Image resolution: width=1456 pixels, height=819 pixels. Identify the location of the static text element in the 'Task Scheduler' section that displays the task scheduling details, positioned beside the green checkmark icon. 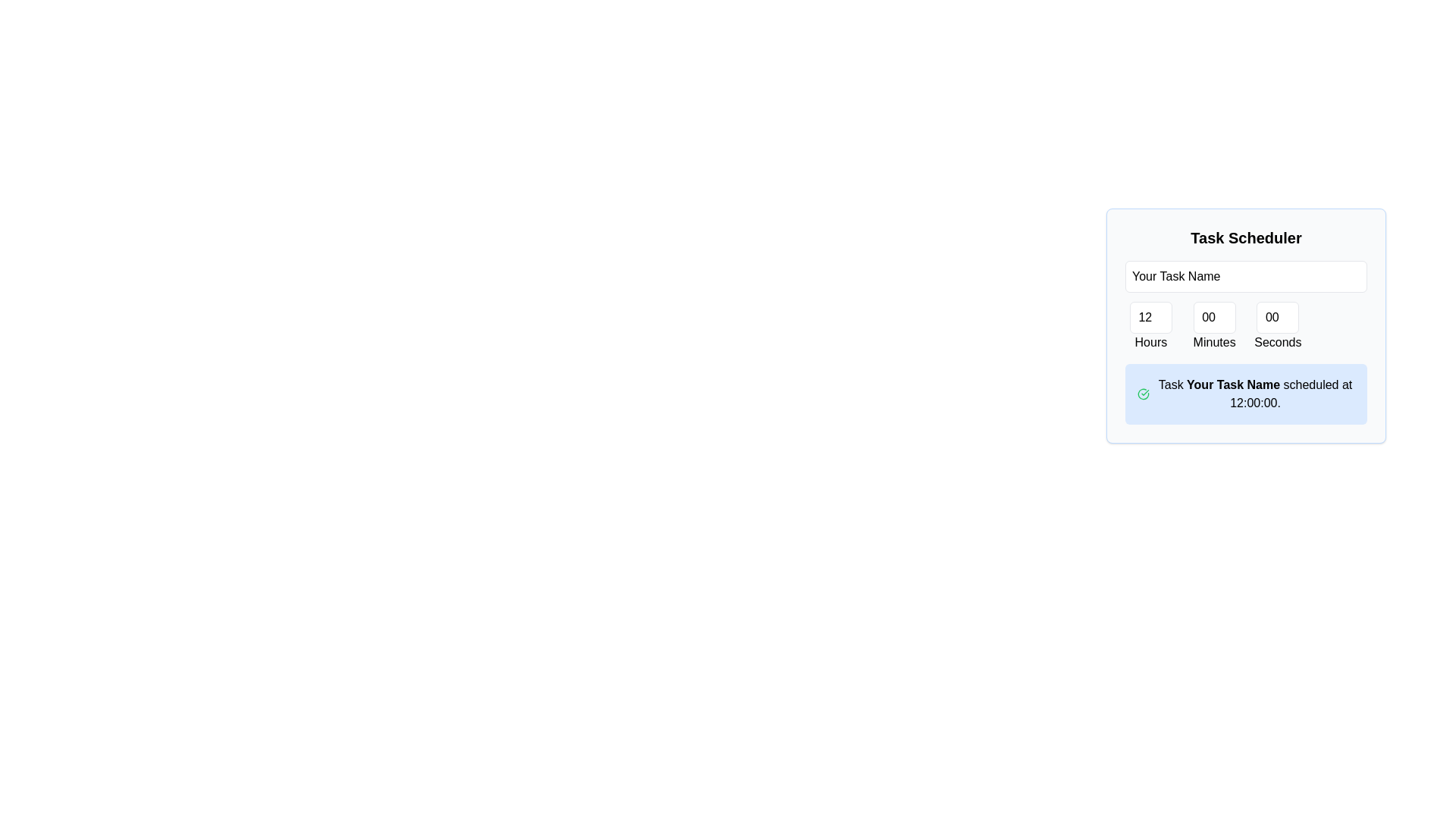
(1255, 394).